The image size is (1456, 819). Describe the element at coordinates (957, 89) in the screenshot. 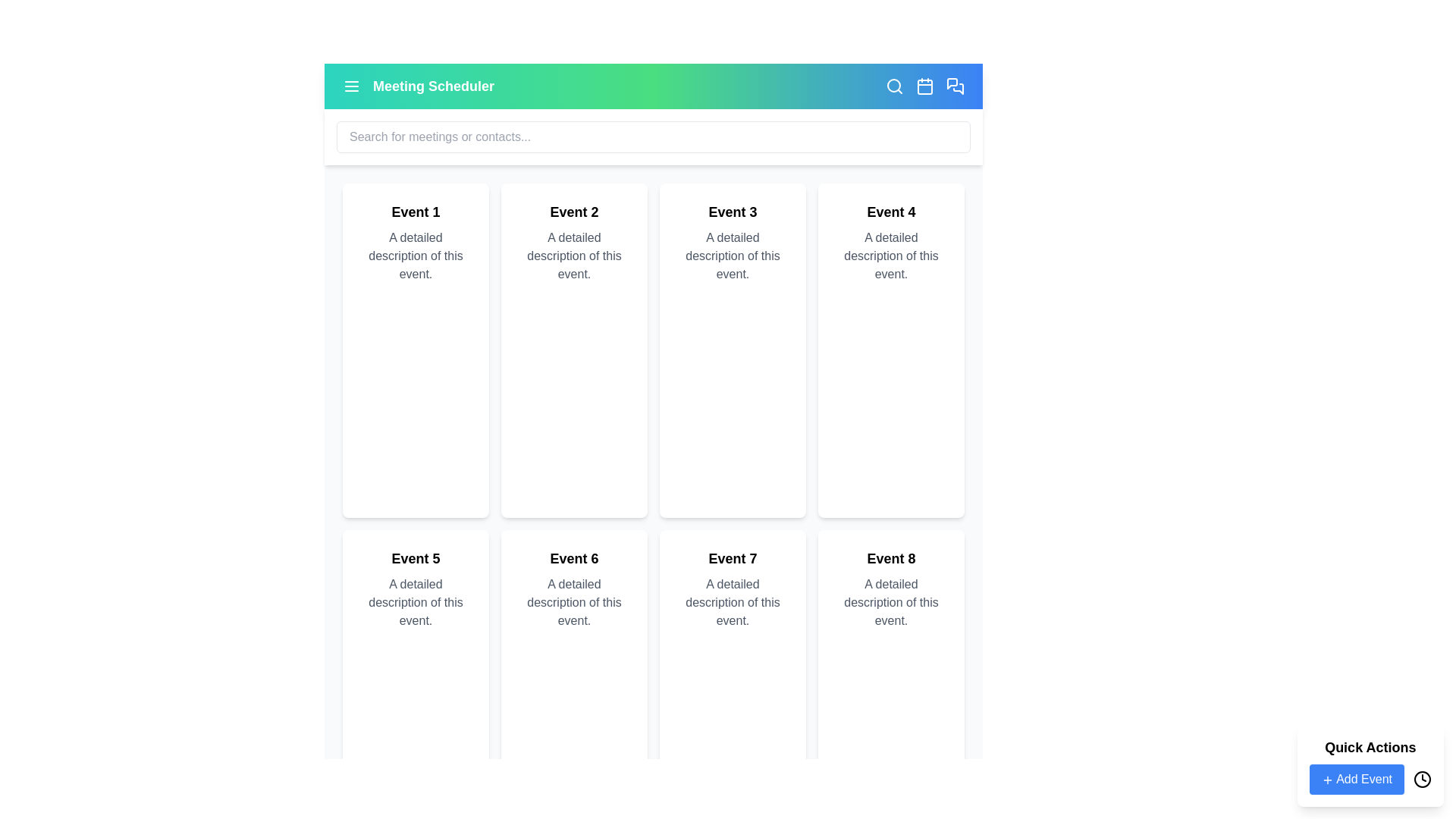

I see `the message-like icon fragment in the top-right corner of the header bar, which is part of the last icon in the sequence` at that location.